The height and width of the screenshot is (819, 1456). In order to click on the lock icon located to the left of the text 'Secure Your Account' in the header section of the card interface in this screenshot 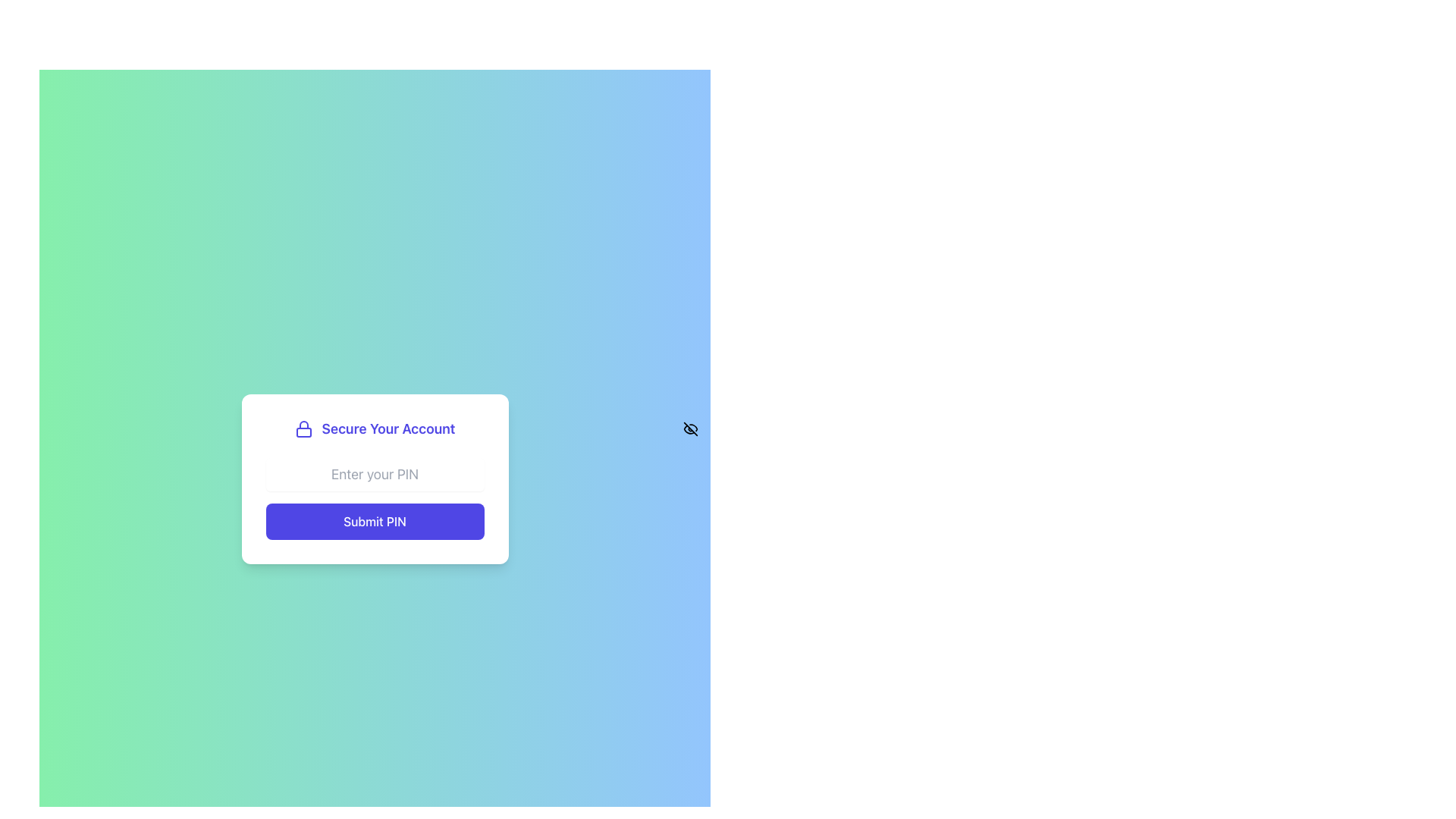, I will do `click(303, 429)`.